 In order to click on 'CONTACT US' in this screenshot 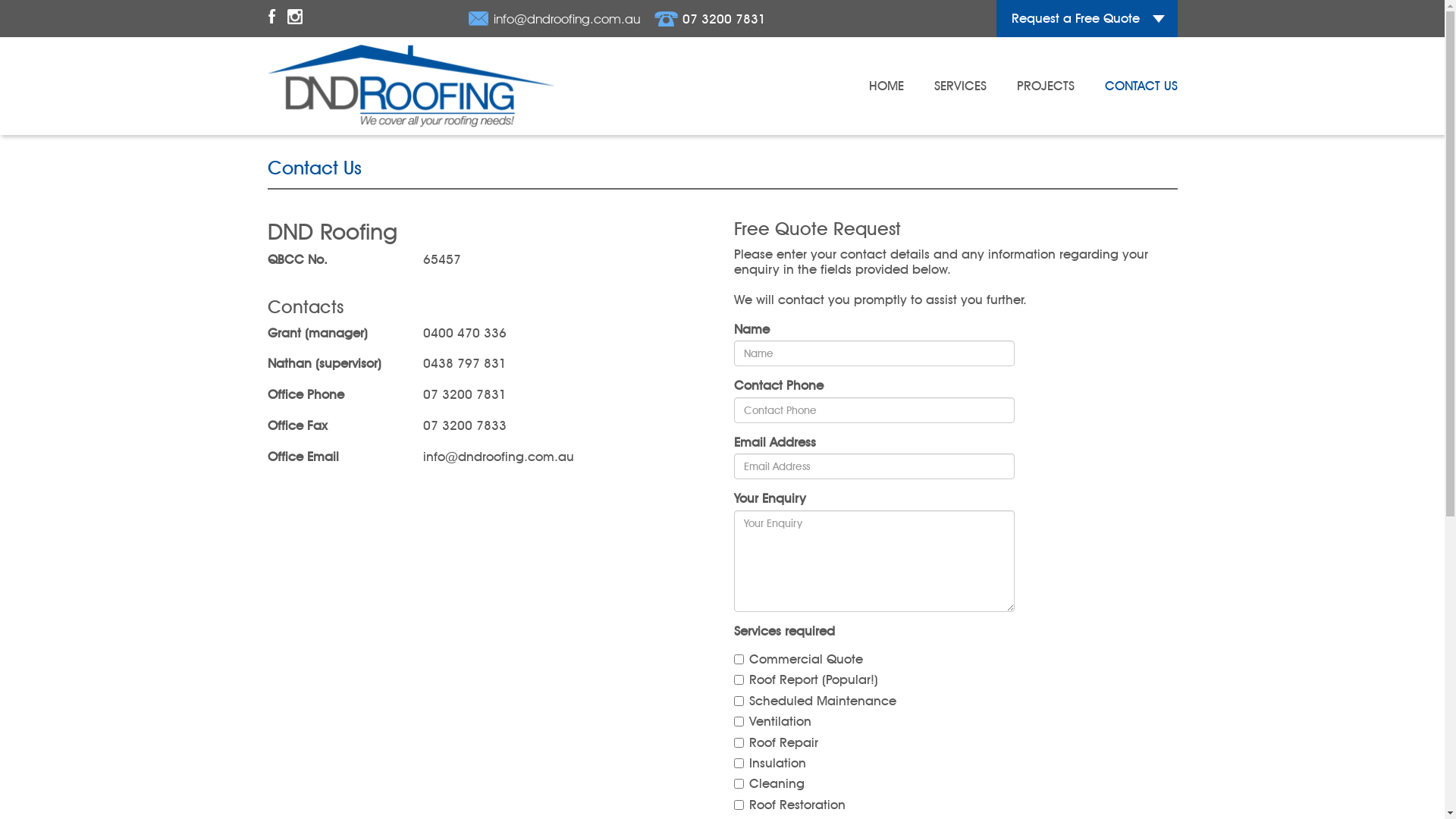, I will do `click(1140, 85)`.